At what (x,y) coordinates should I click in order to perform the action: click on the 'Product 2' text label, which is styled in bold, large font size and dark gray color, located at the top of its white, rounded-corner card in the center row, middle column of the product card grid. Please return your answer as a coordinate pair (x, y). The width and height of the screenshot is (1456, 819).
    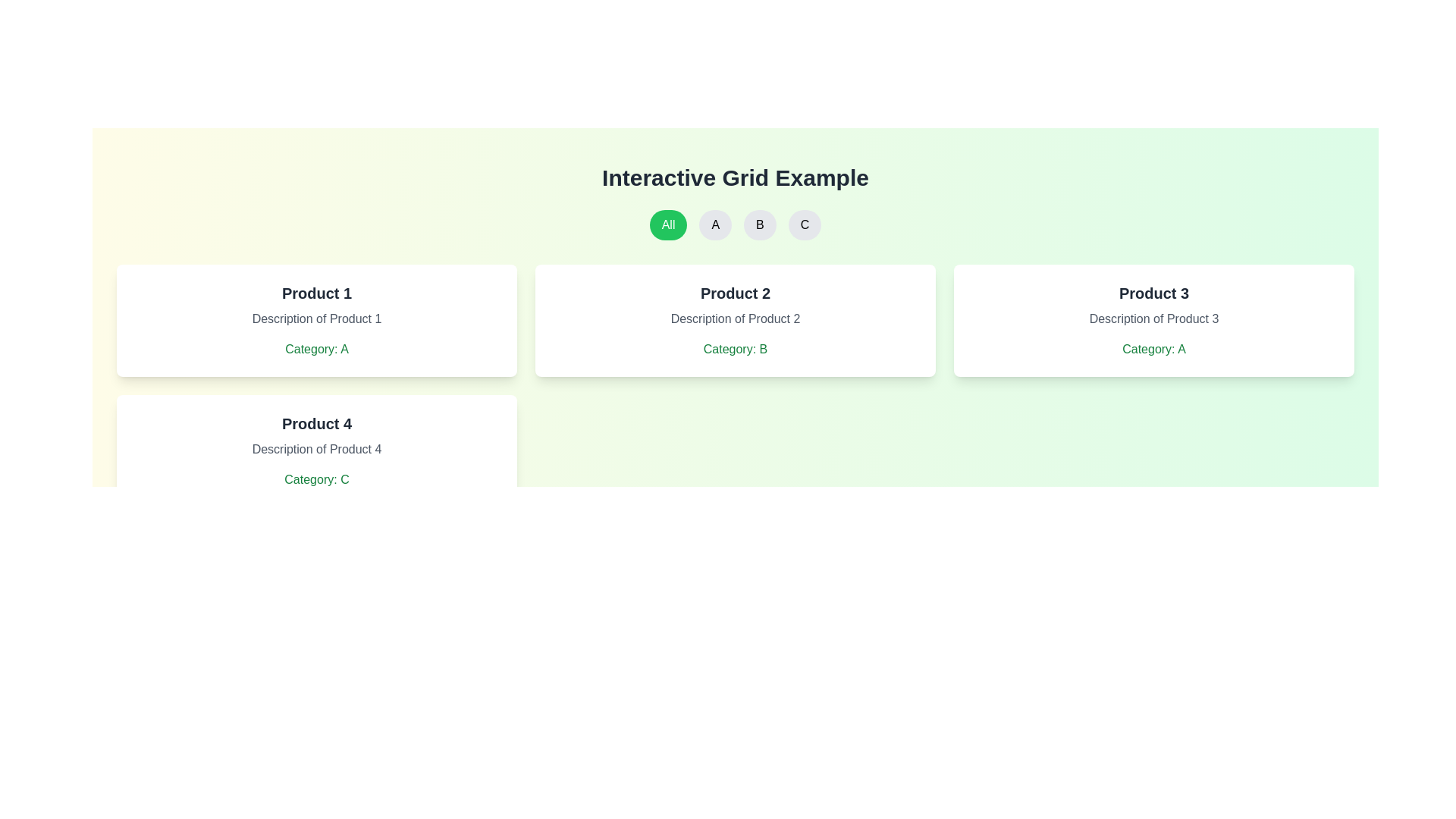
    Looking at the image, I should click on (735, 293).